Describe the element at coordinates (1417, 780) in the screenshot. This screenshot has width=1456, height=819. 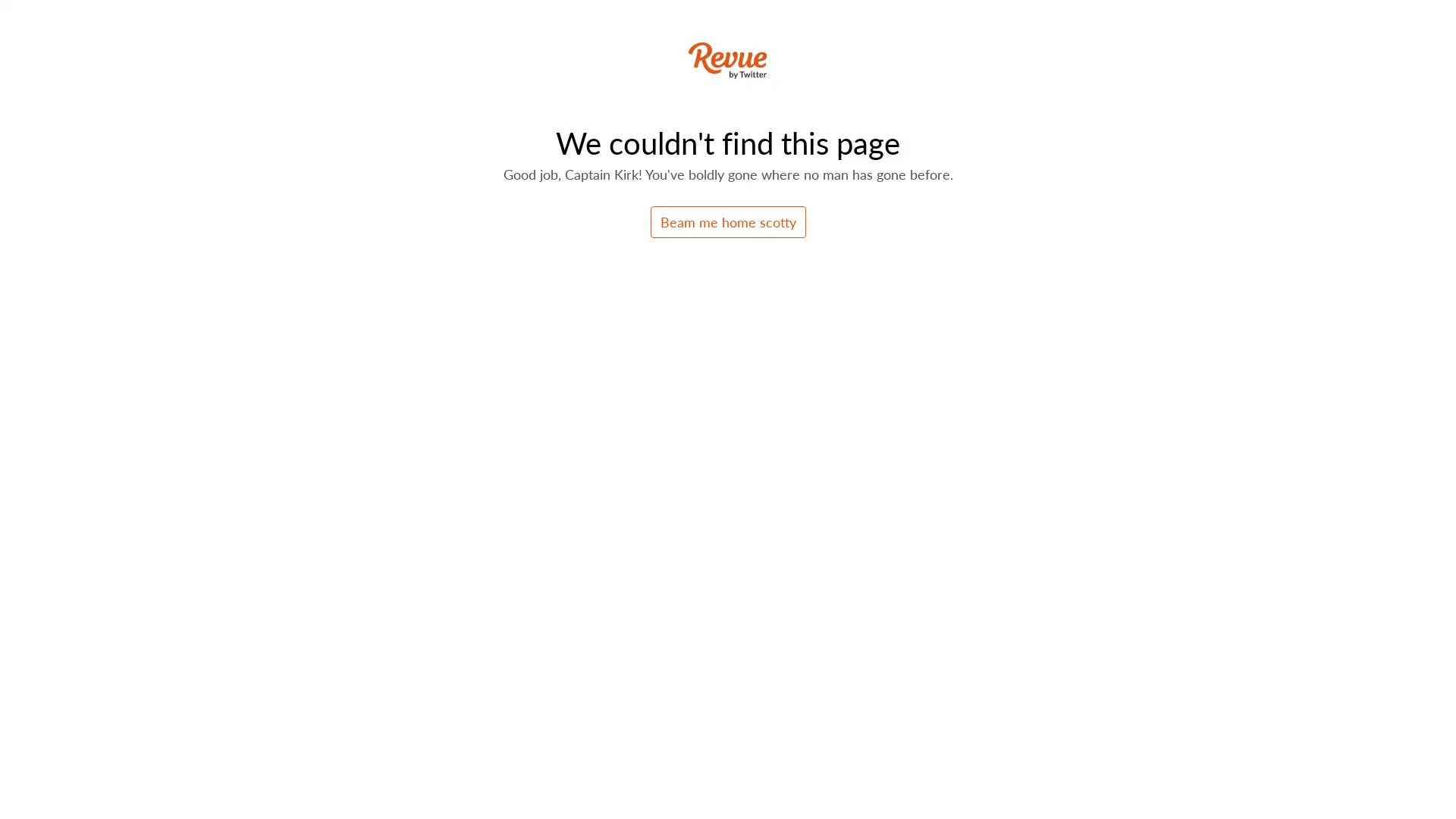
I see `Open Intercom Messenger` at that location.